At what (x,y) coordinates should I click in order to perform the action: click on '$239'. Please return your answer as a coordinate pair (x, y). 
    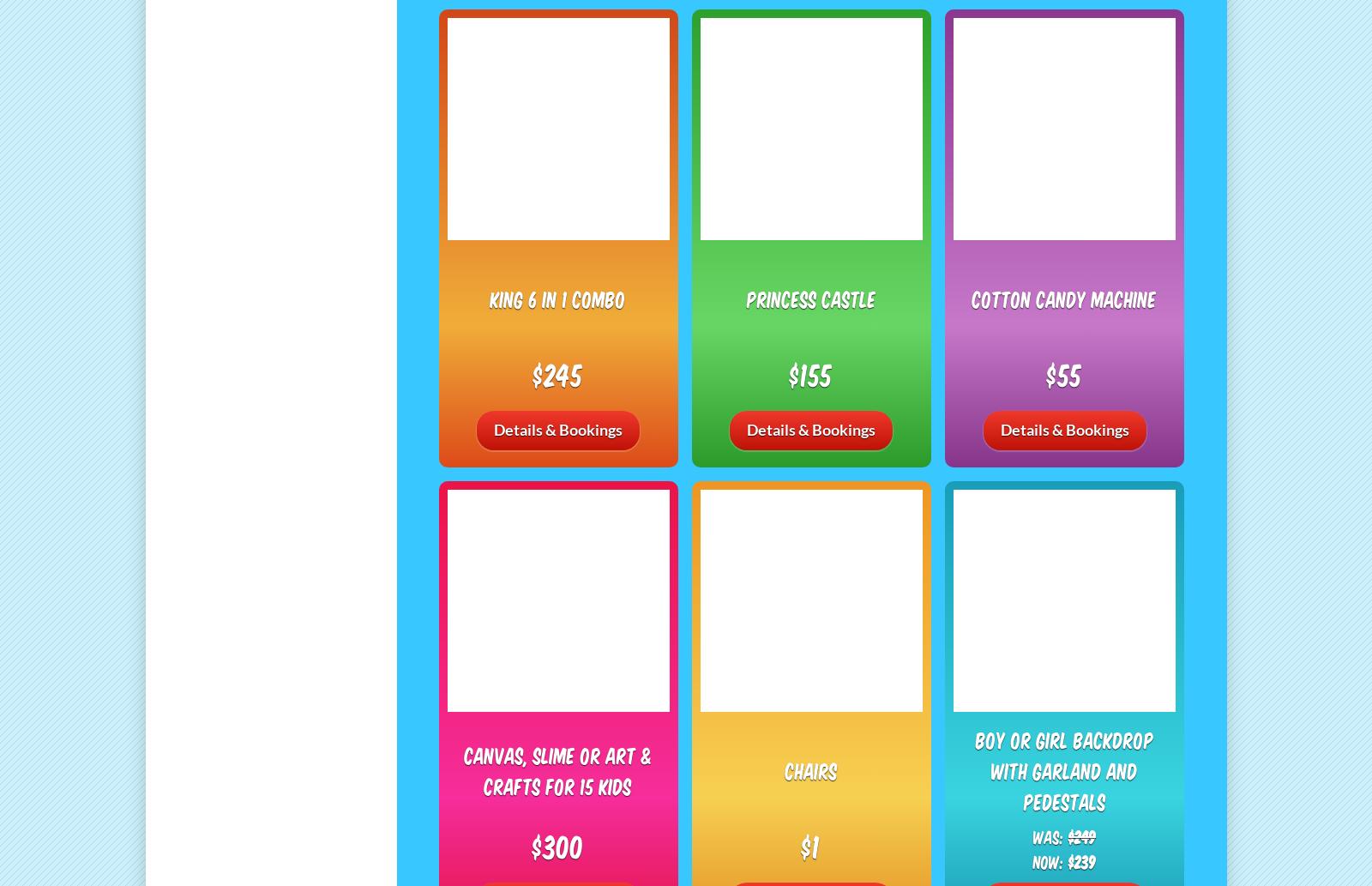
    Looking at the image, I should click on (1081, 859).